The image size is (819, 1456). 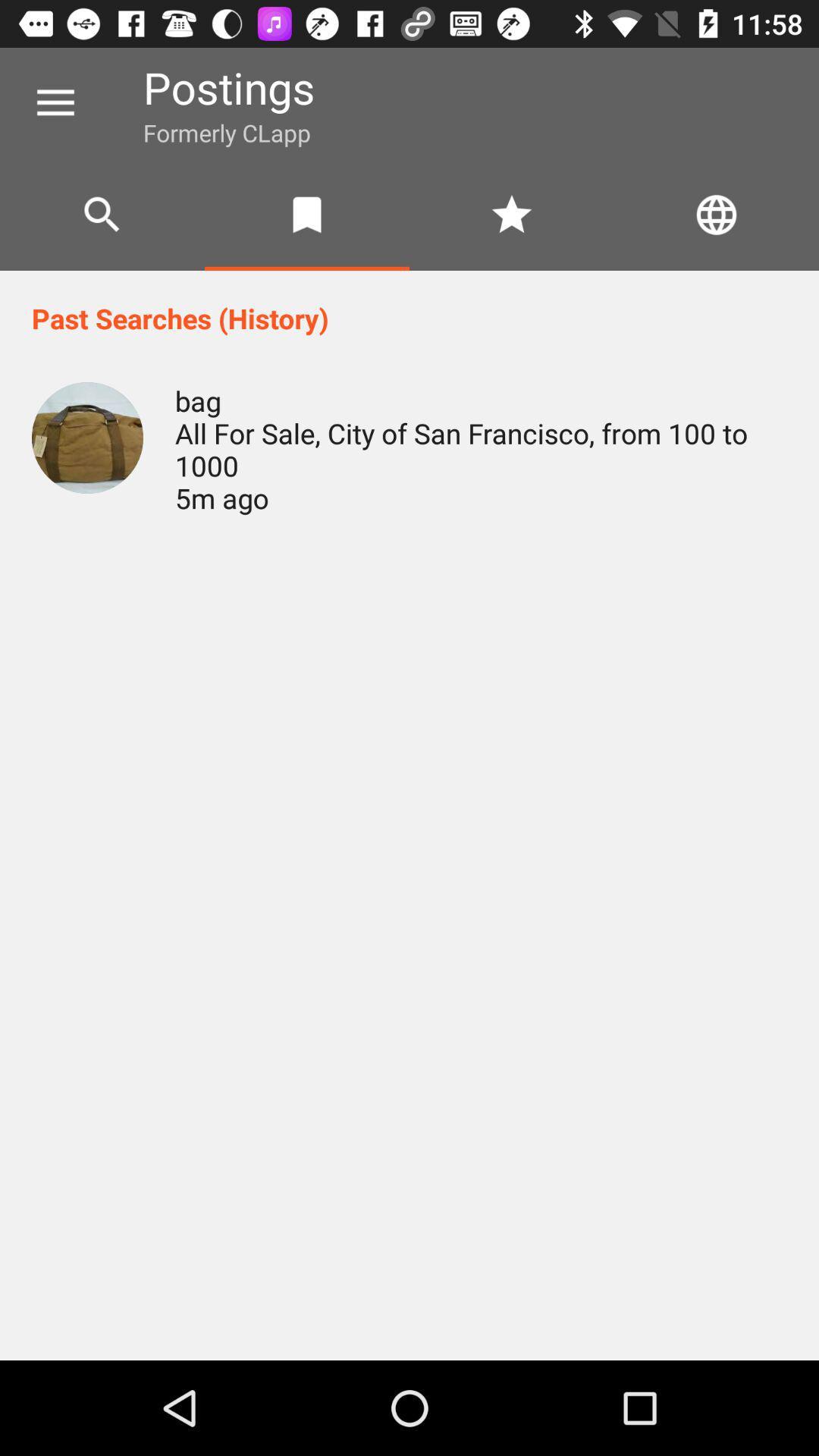 I want to click on product photo, so click(x=87, y=437).